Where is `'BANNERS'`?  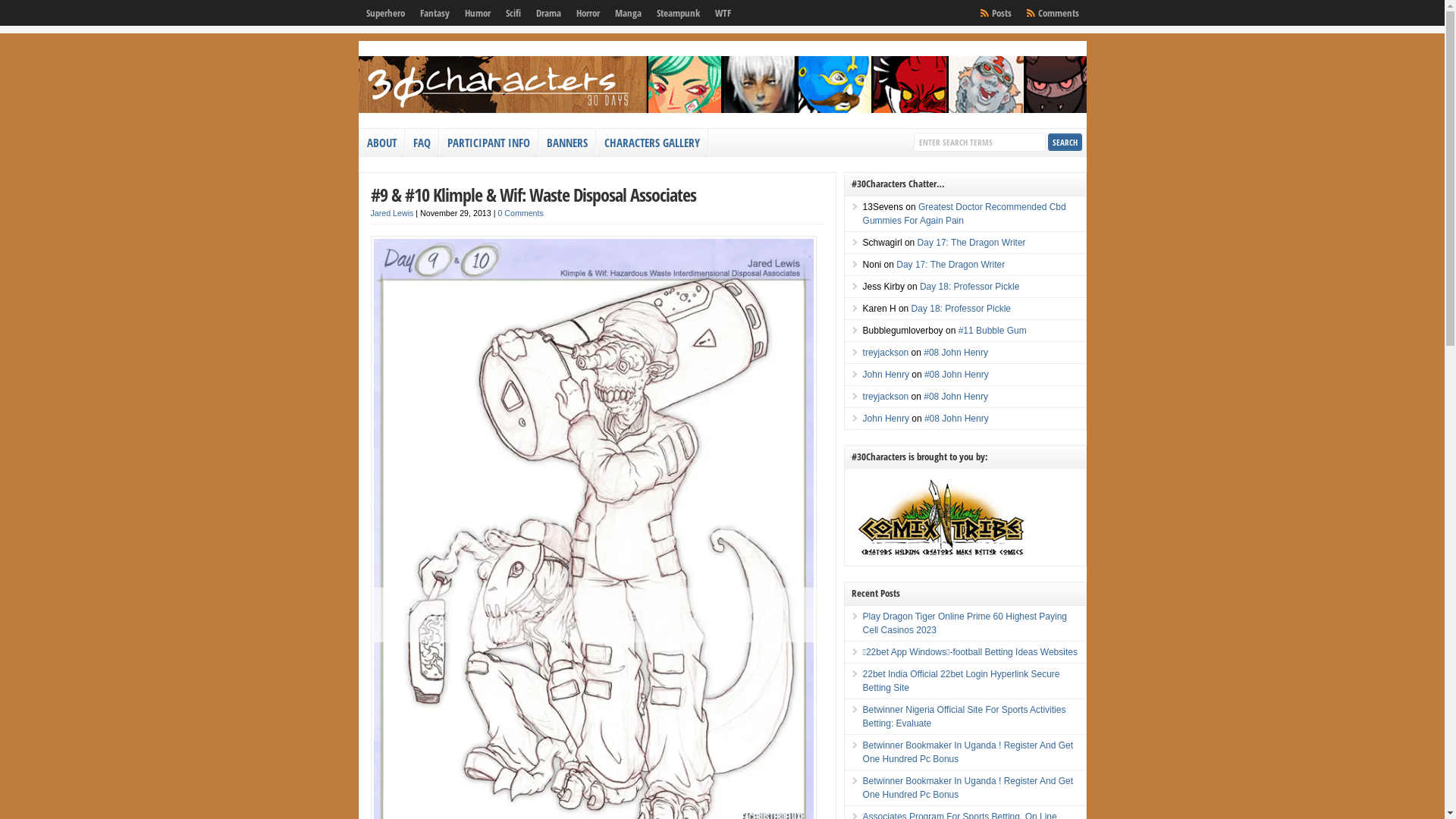 'BANNERS' is located at coordinates (566, 143).